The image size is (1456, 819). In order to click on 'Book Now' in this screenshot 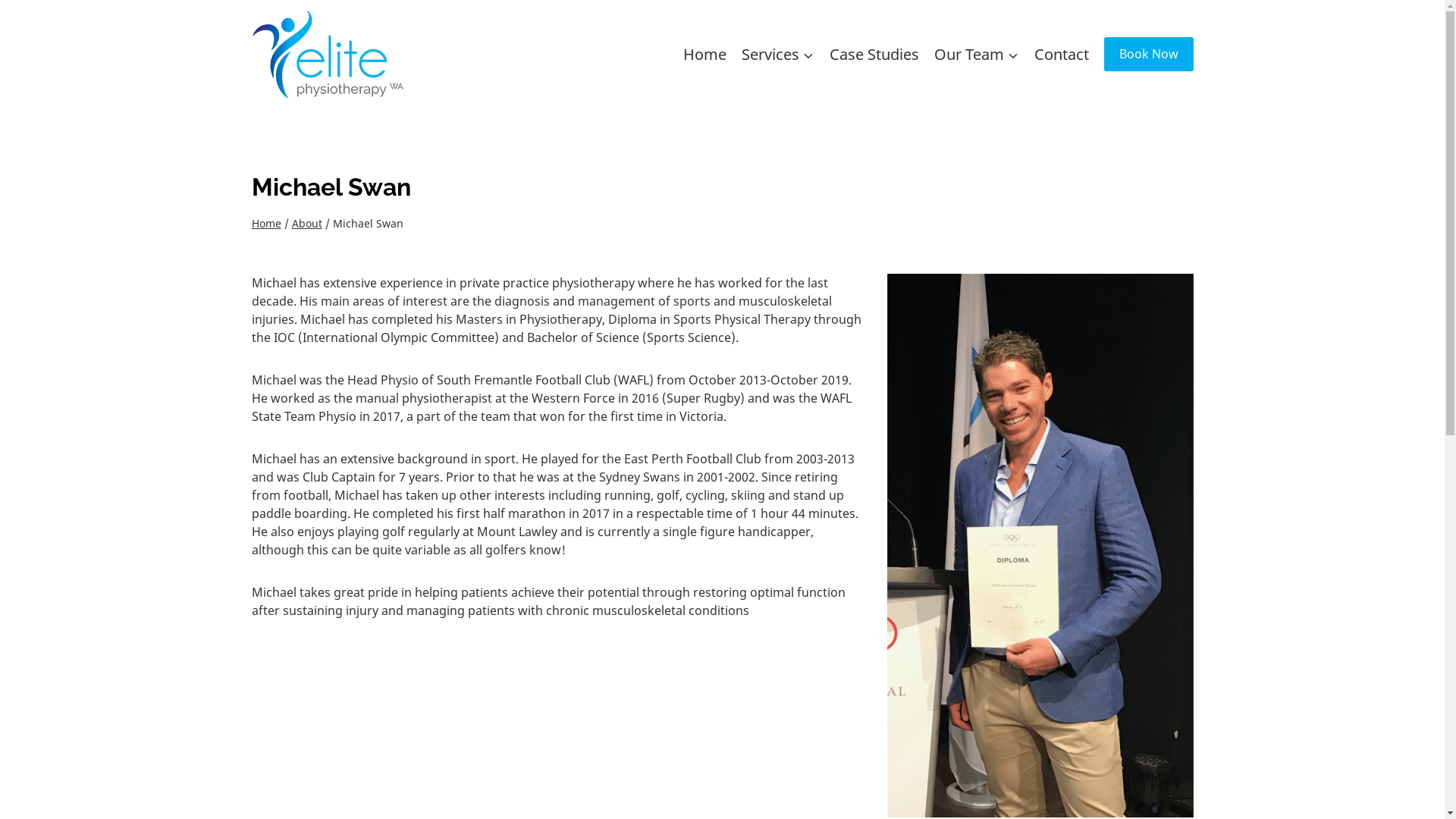, I will do `click(1149, 54)`.